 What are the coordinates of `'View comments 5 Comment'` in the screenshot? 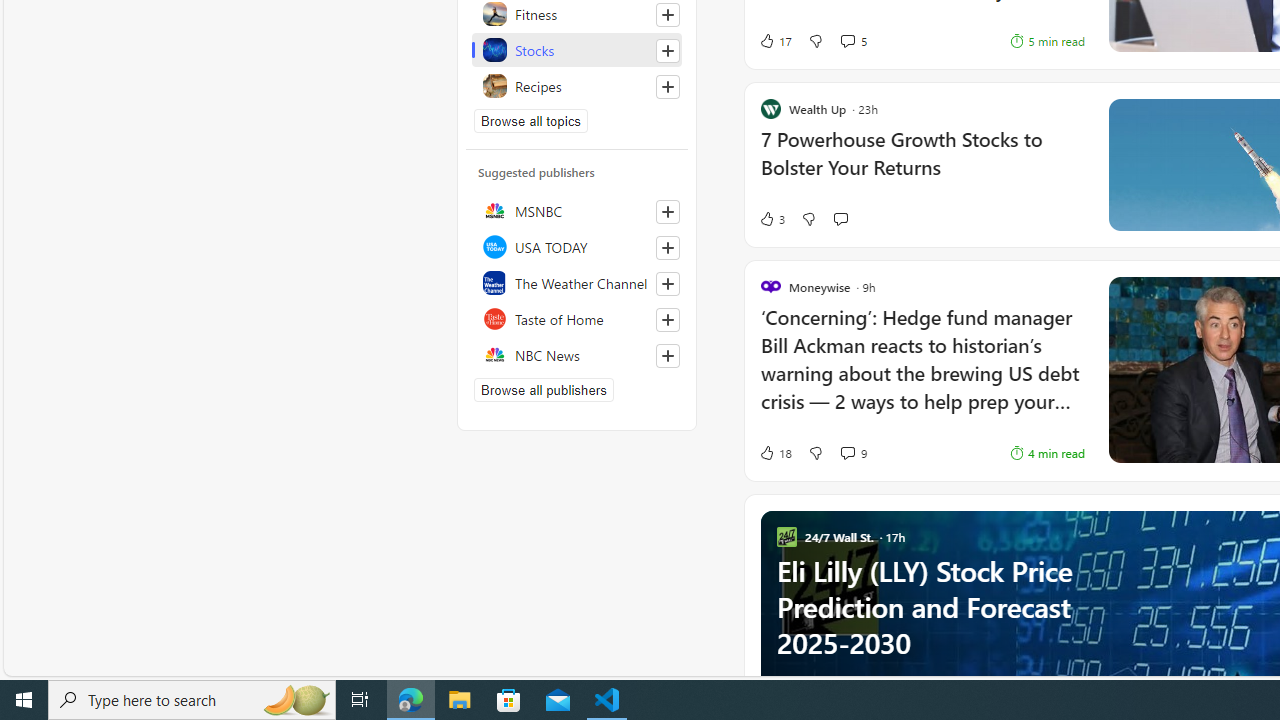 It's located at (847, 41).